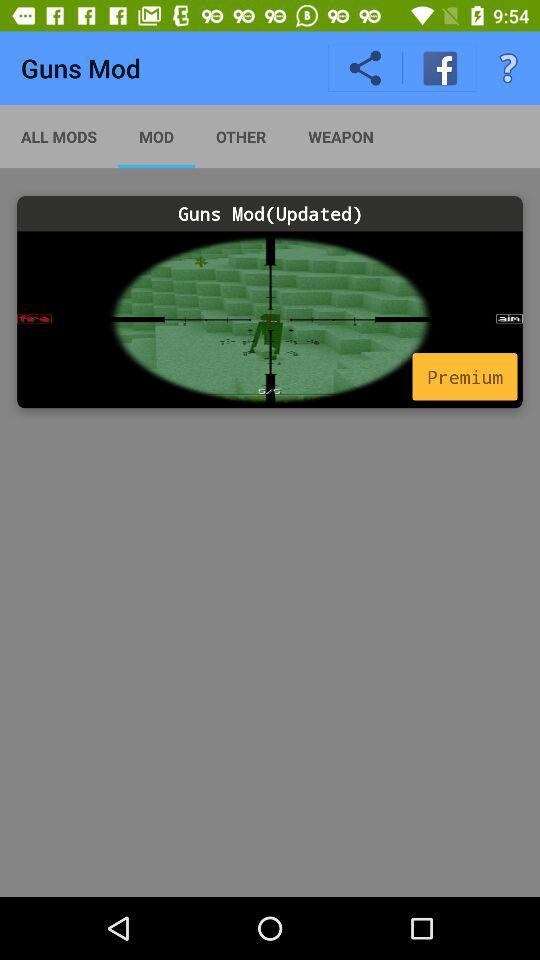 The width and height of the screenshot is (540, 960). I want to click on the all mods item, so click(59, 135).